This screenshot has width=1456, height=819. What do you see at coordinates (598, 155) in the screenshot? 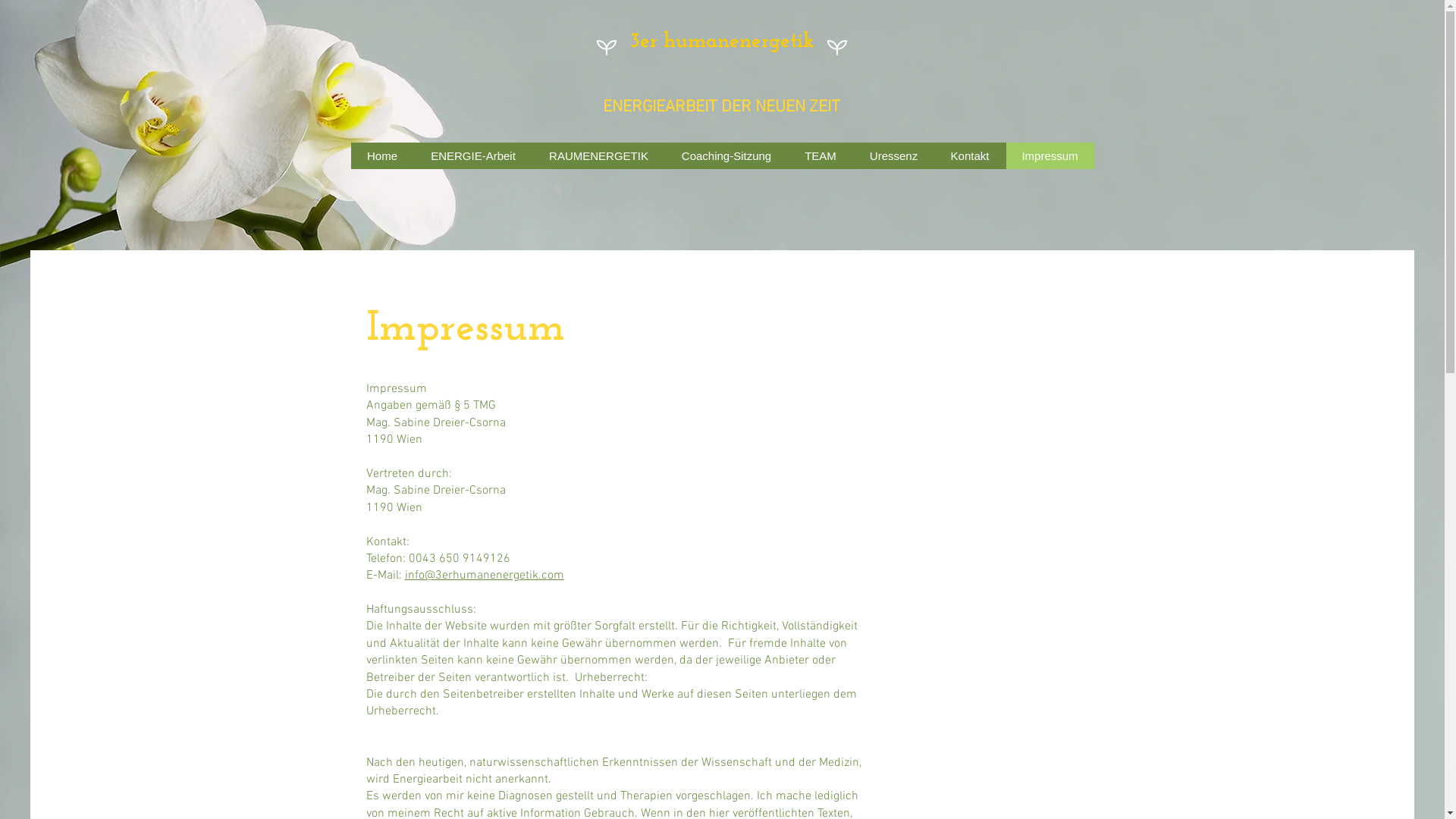
I see `'RAUMENERGETIK'` at bounding box center [598, 155].